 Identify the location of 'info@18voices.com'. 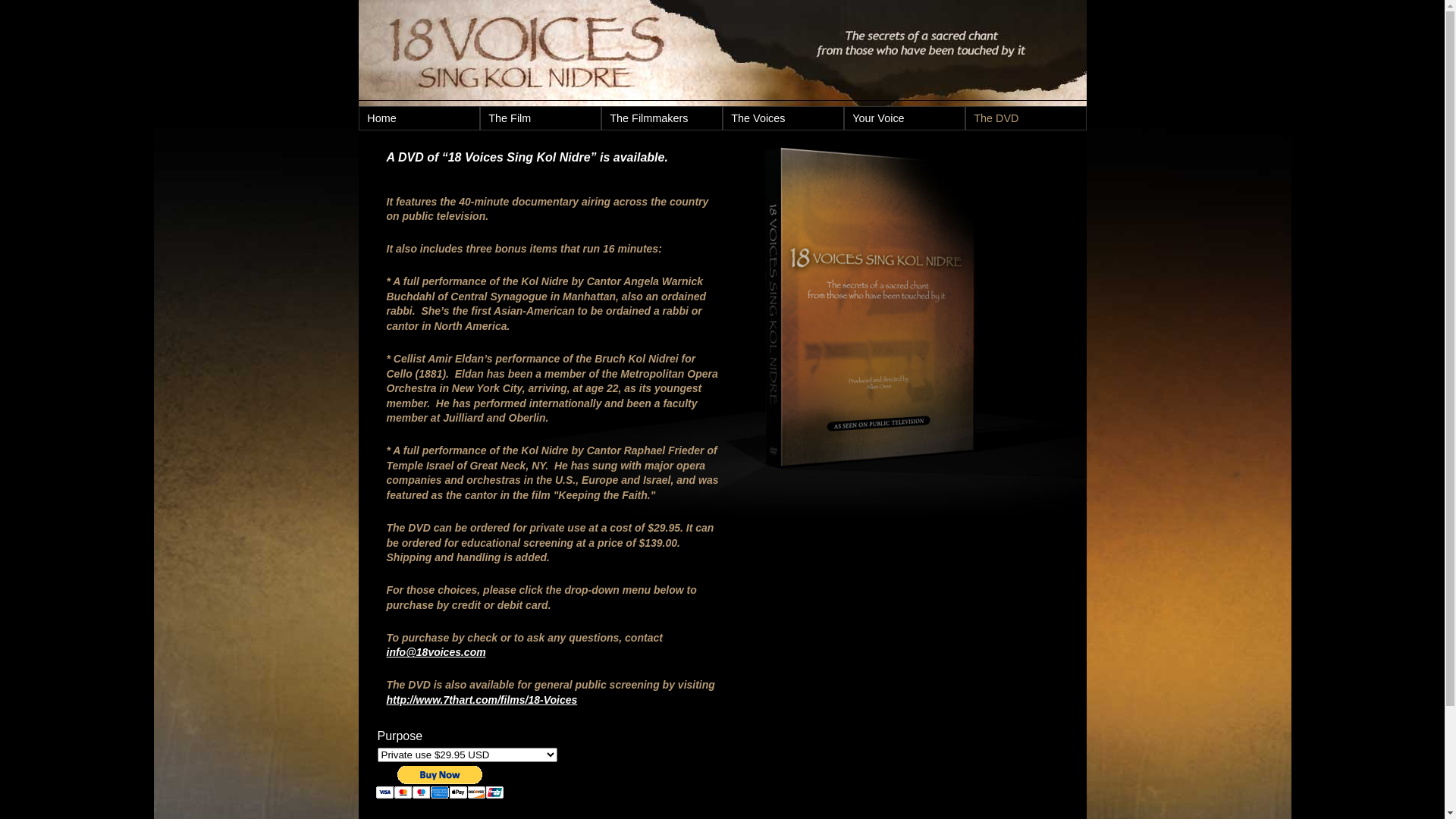
(435, 651).